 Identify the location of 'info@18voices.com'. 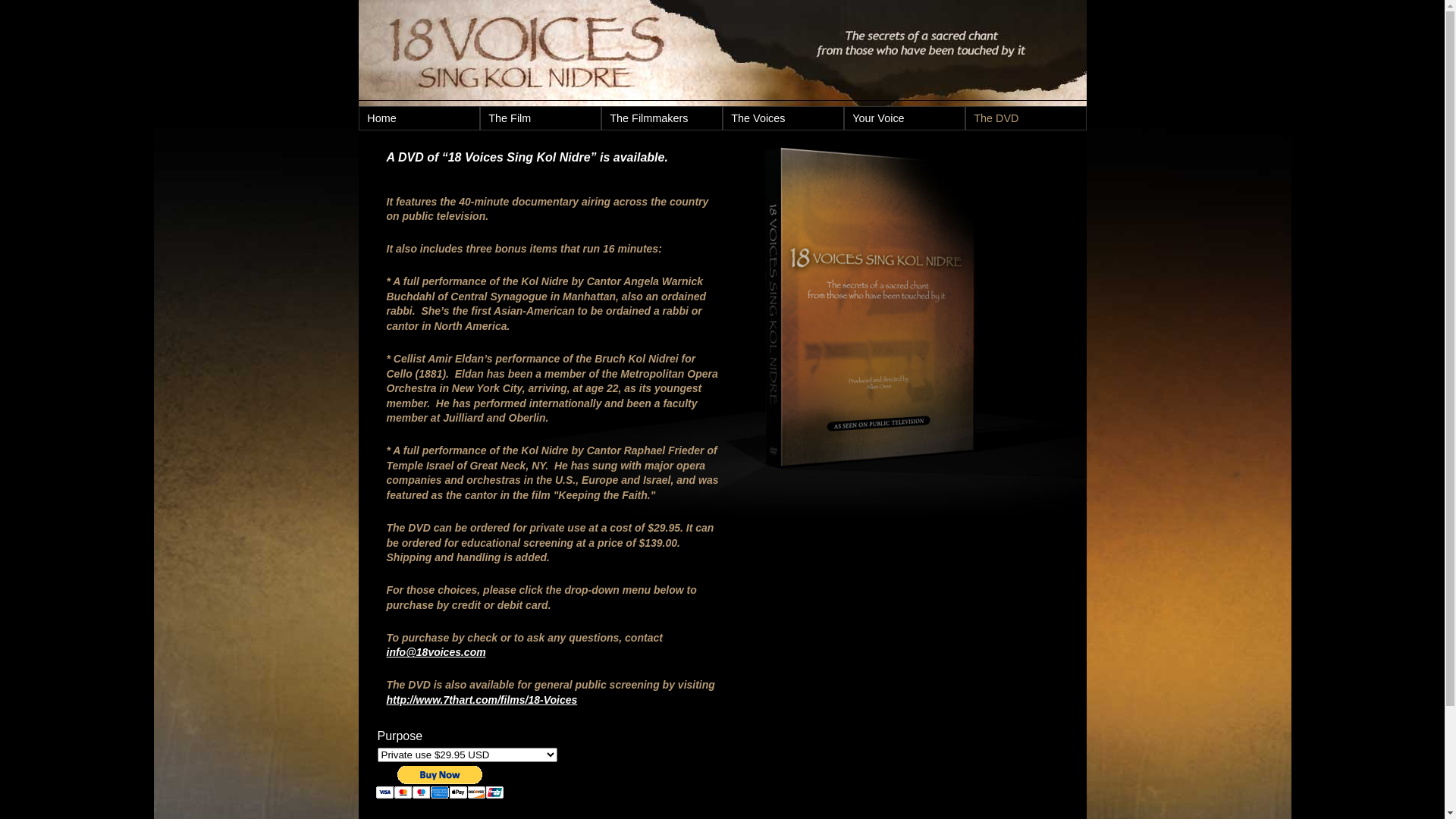
(435, 651).